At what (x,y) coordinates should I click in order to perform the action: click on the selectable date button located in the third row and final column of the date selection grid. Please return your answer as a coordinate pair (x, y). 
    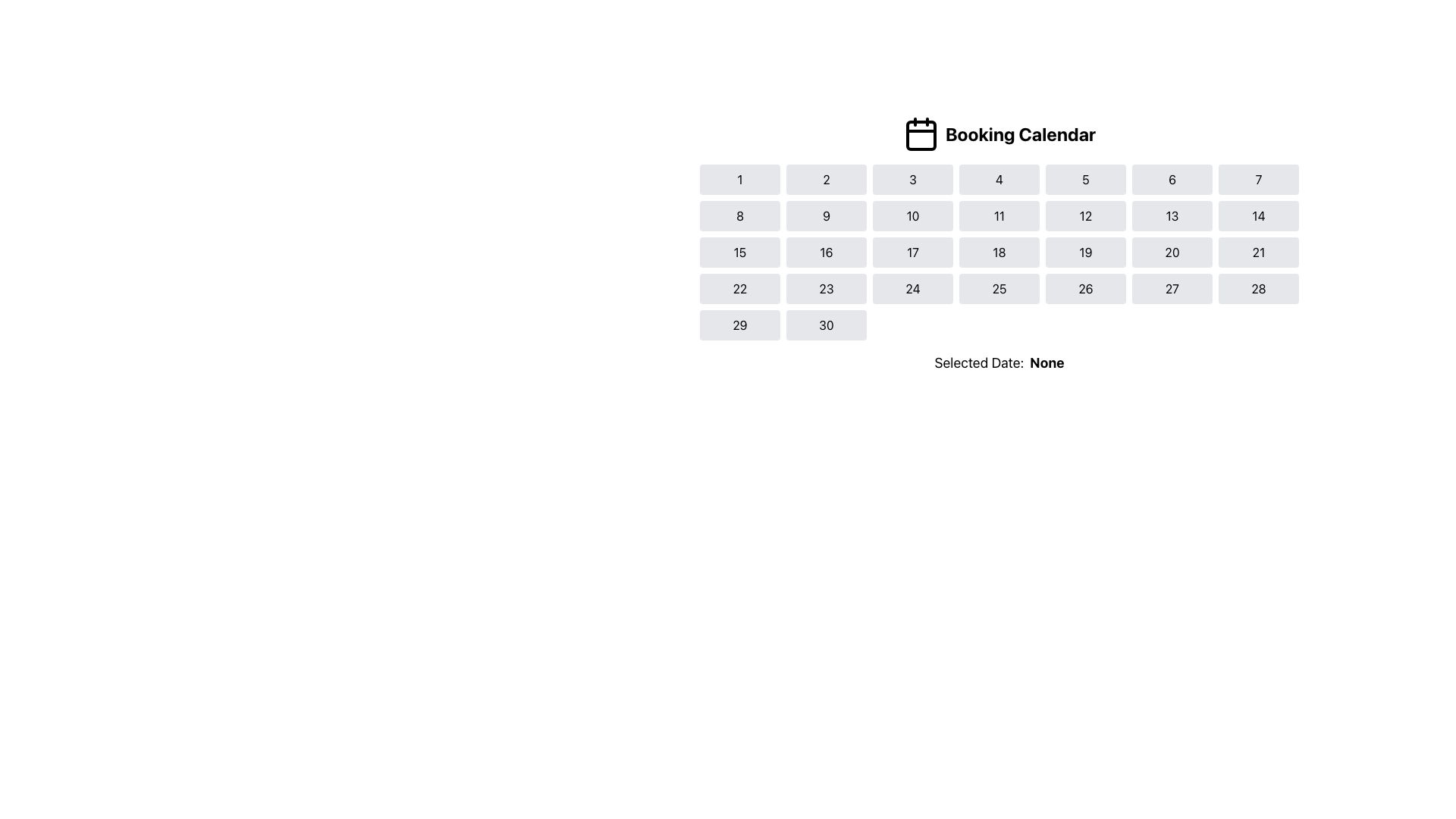
    Looking at the image, I should click on (1259, 251).